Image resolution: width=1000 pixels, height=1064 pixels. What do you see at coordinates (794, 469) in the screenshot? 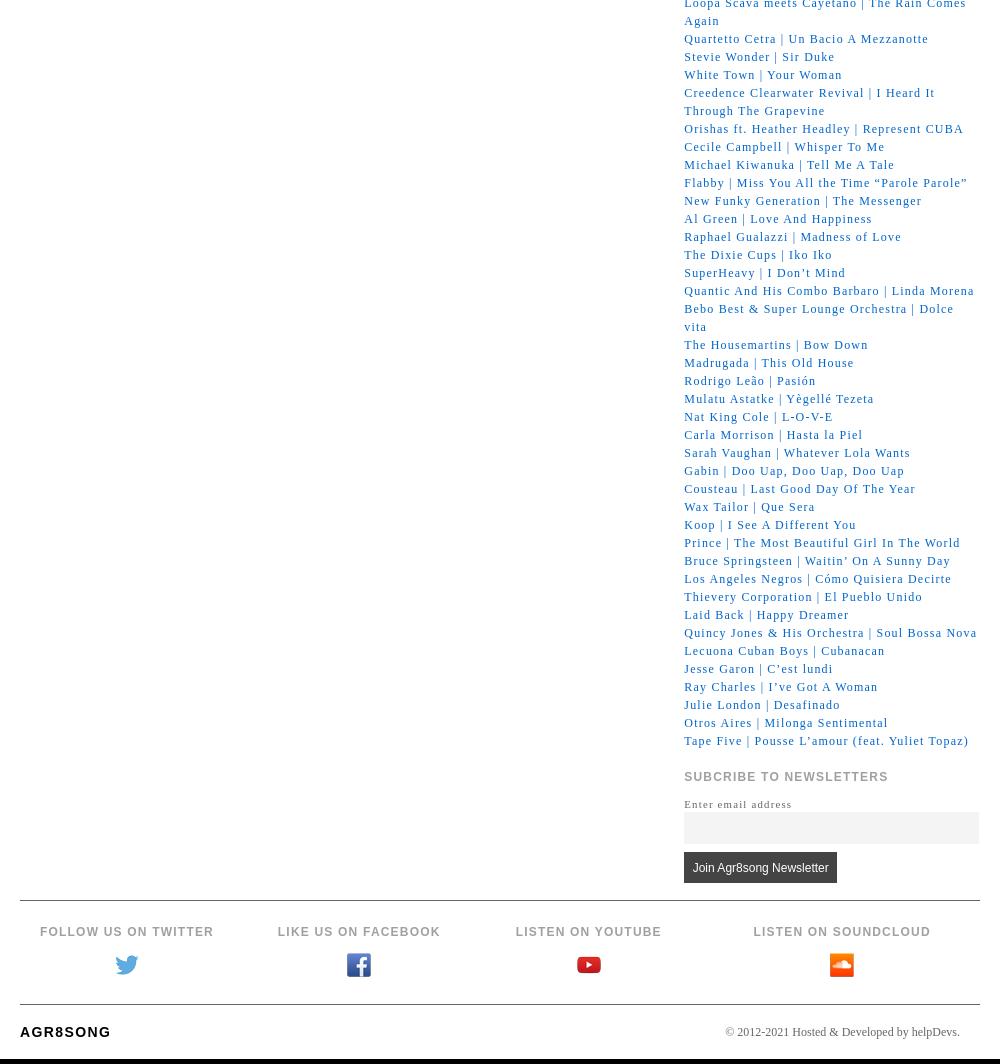
I see `'Gabin | Doo Uap, Doo Uap, Doo Uap'` at bounding box center [794, 469].